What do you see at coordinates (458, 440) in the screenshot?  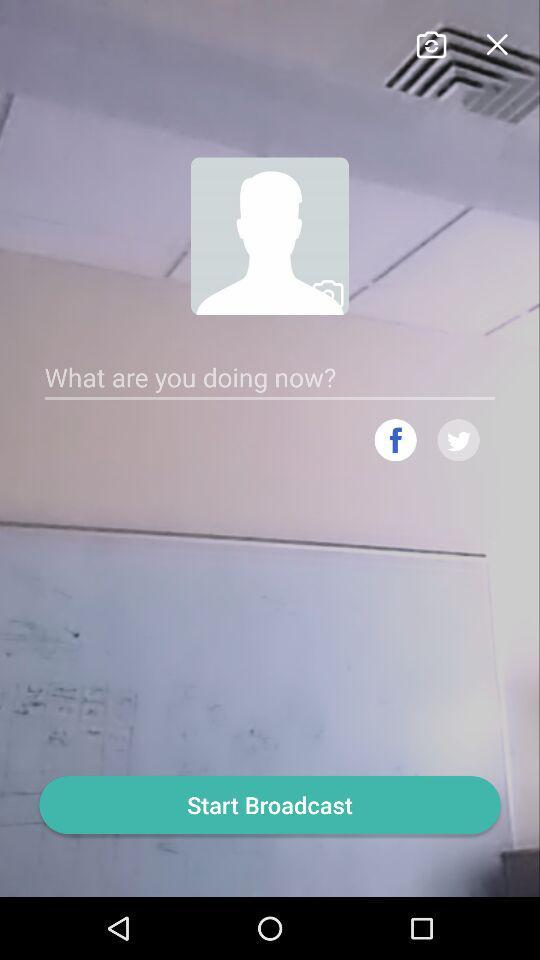 I see `link twitter` at bounding box center [458, 440].